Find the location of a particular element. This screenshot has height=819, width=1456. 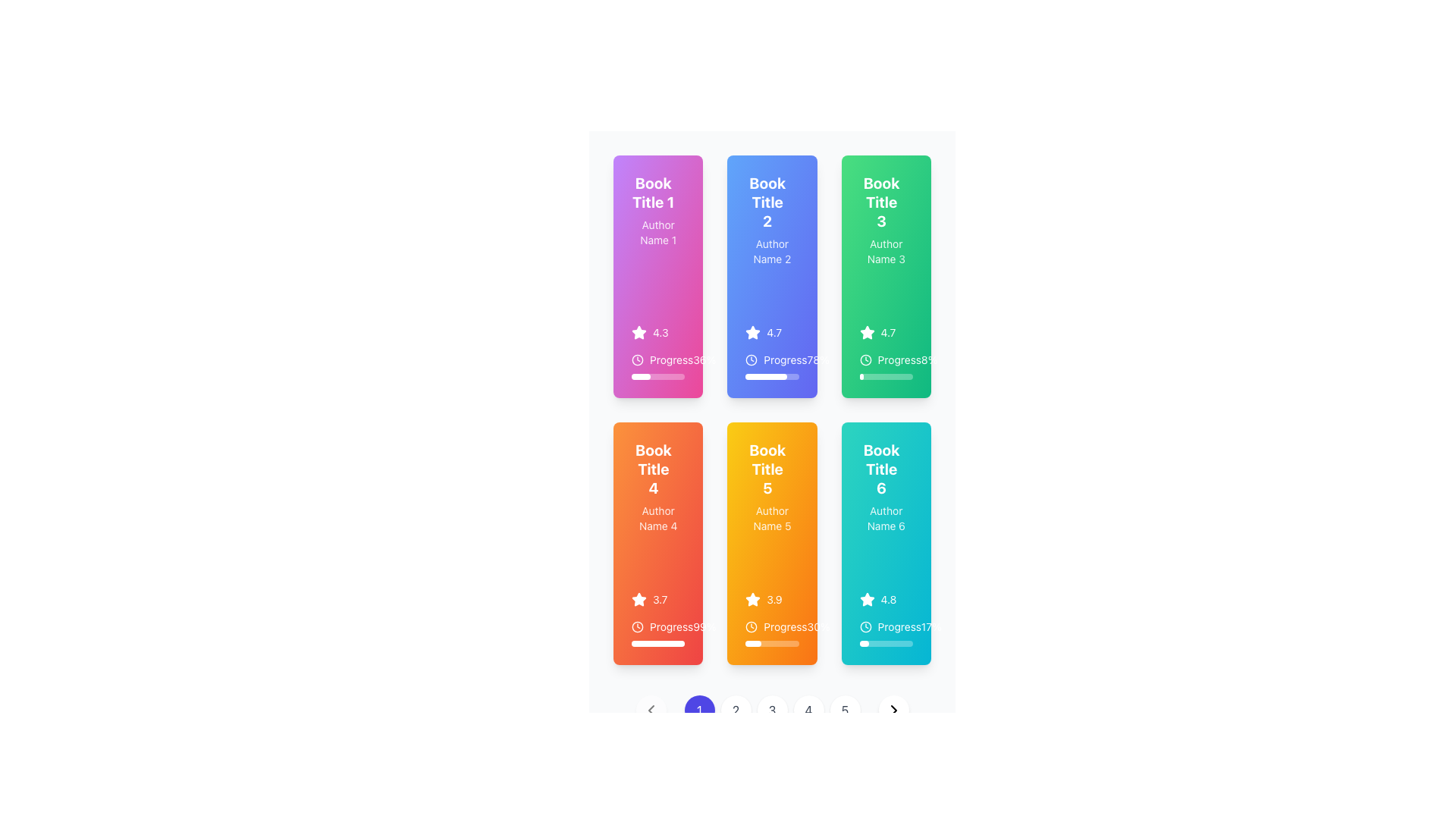

the Progress Indicator element that displays the text 'Progress' and a progress percentage of '36%', located within the card titled 'Book Title 1' is located at coordinates (658, 353).